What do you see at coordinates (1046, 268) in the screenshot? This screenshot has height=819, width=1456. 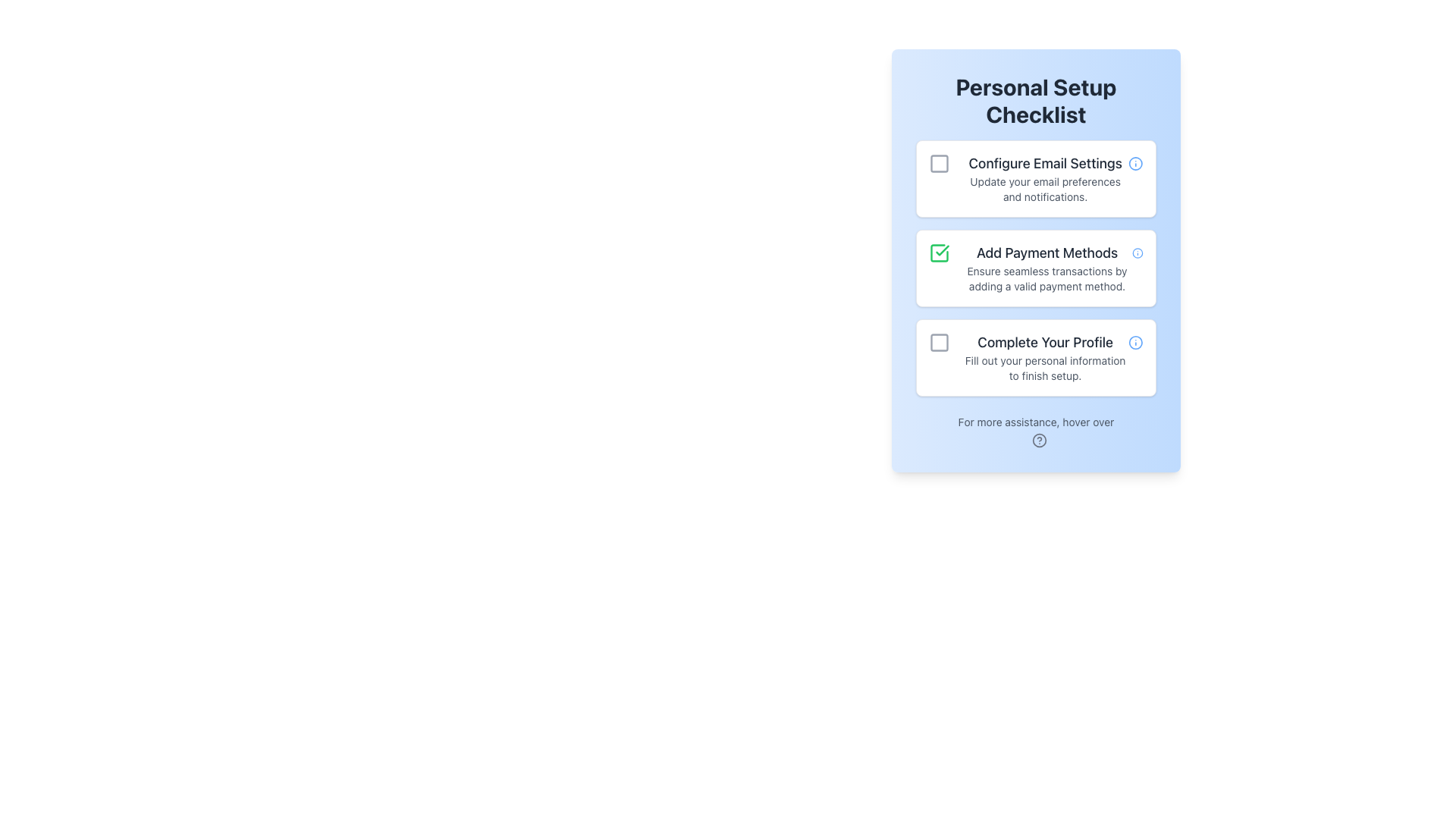 I see `the informational text block titled 'Add Payment Methods', which contains a description about adding a valid payment method and is visually centered within a white background` at bounding box center [1046, 268].